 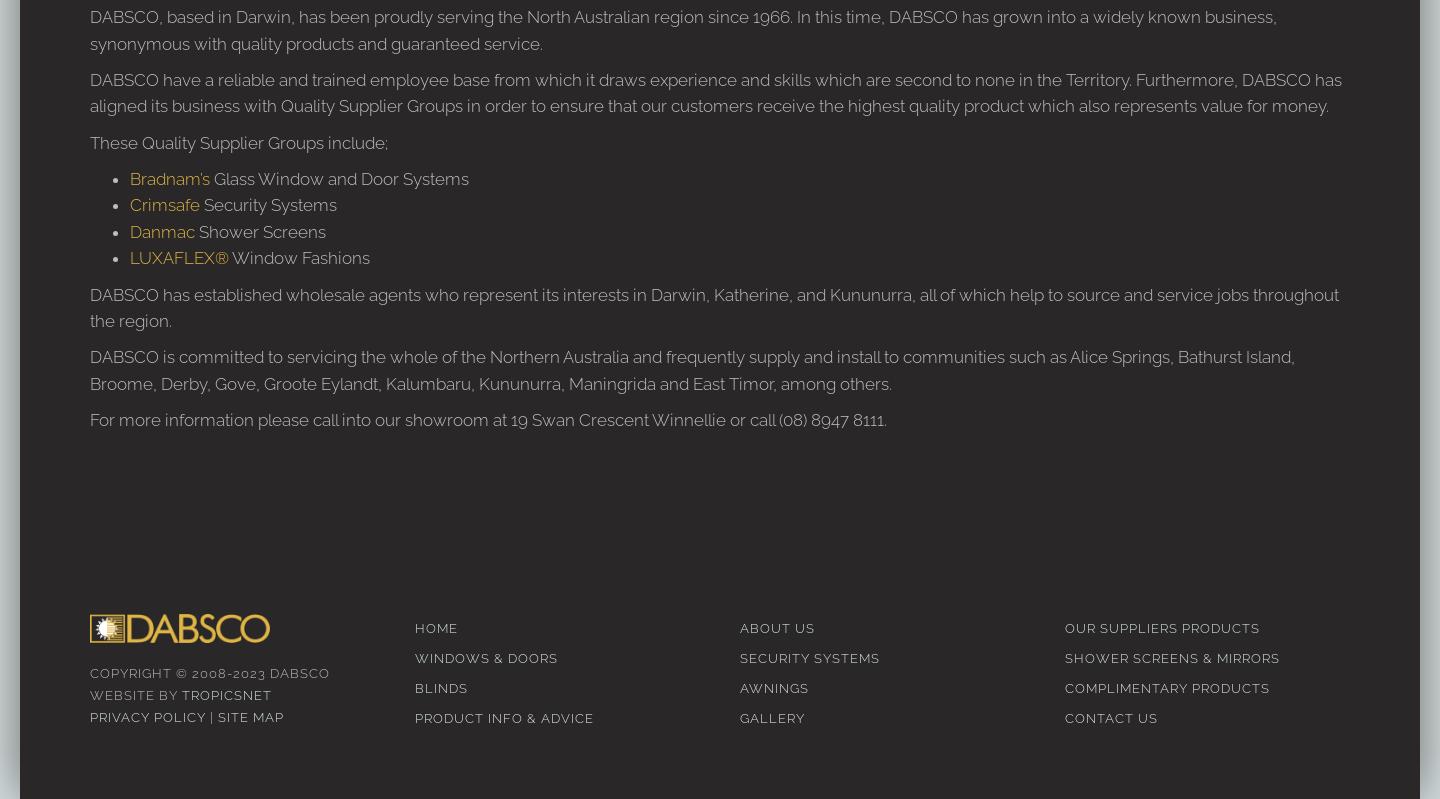 I want to click on 'DABSCO have a reliable and trained employee base from which it draws experience and skills which are second to none in the Territory. Furthermore, DABSCO has aligned its business with Quality Supplier Groups in order to ensure that our customers receive the highest quality product which also represents value for money.', so click(x=715, y=92).